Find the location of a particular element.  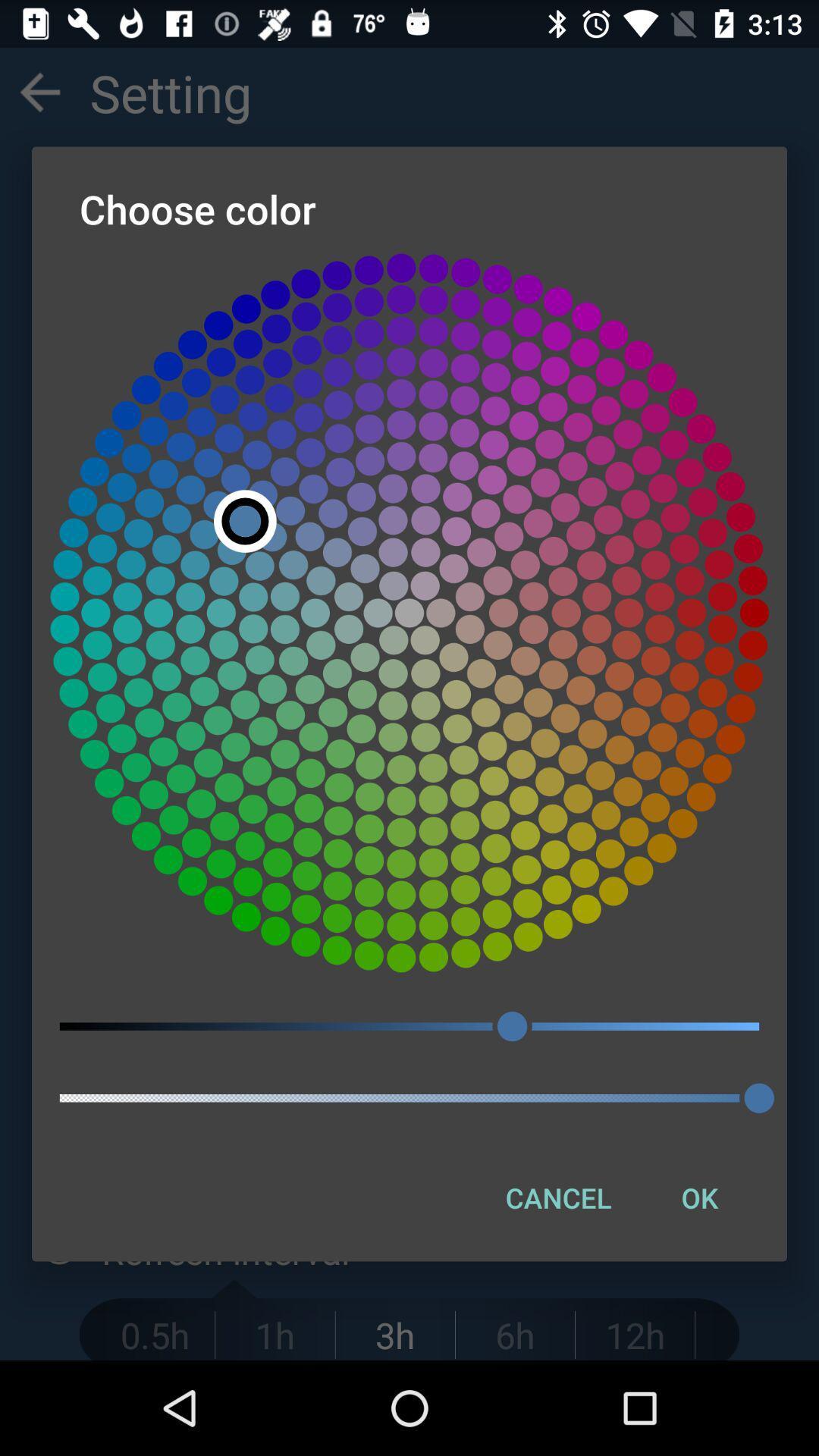

the icon to the left of ok icon is located at coordinates (558, 1197).